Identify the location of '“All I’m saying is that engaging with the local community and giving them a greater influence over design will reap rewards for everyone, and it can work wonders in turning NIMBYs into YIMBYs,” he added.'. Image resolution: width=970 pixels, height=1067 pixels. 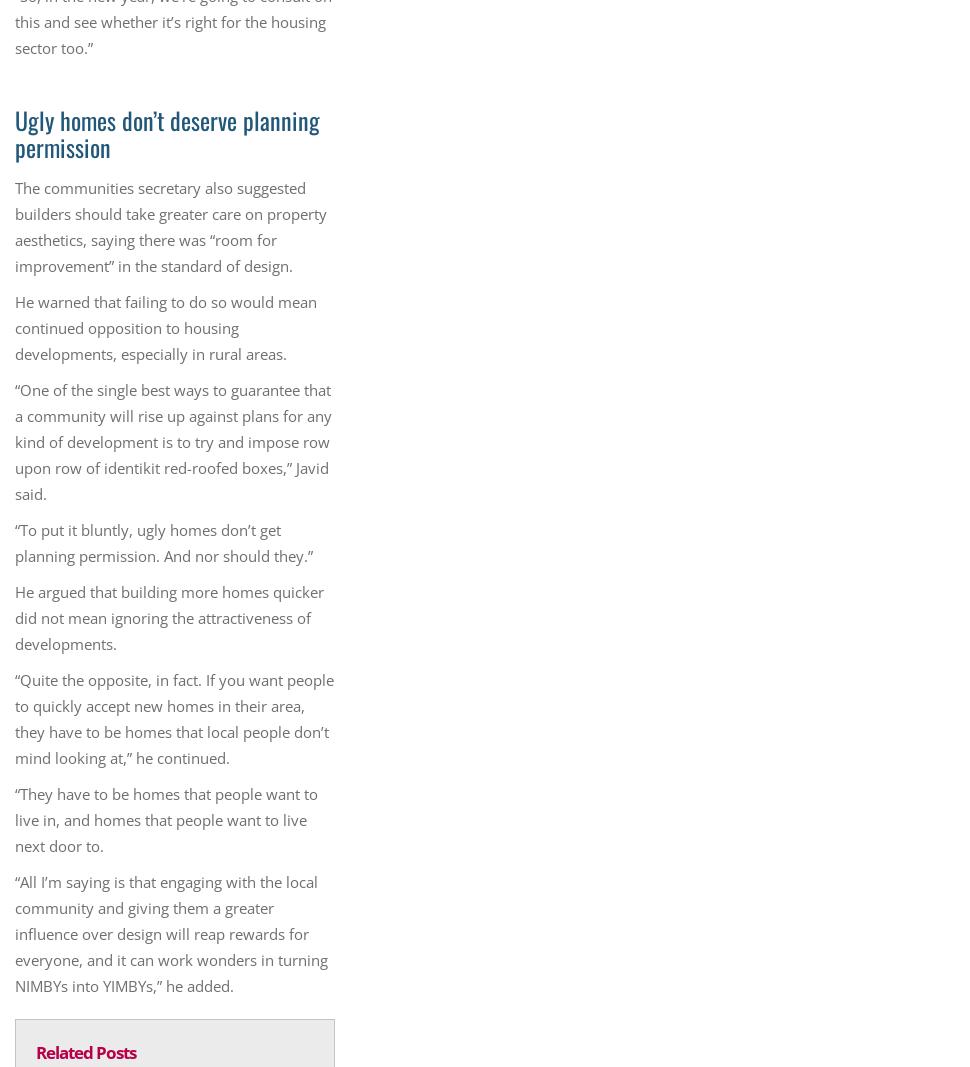
(170, 934).